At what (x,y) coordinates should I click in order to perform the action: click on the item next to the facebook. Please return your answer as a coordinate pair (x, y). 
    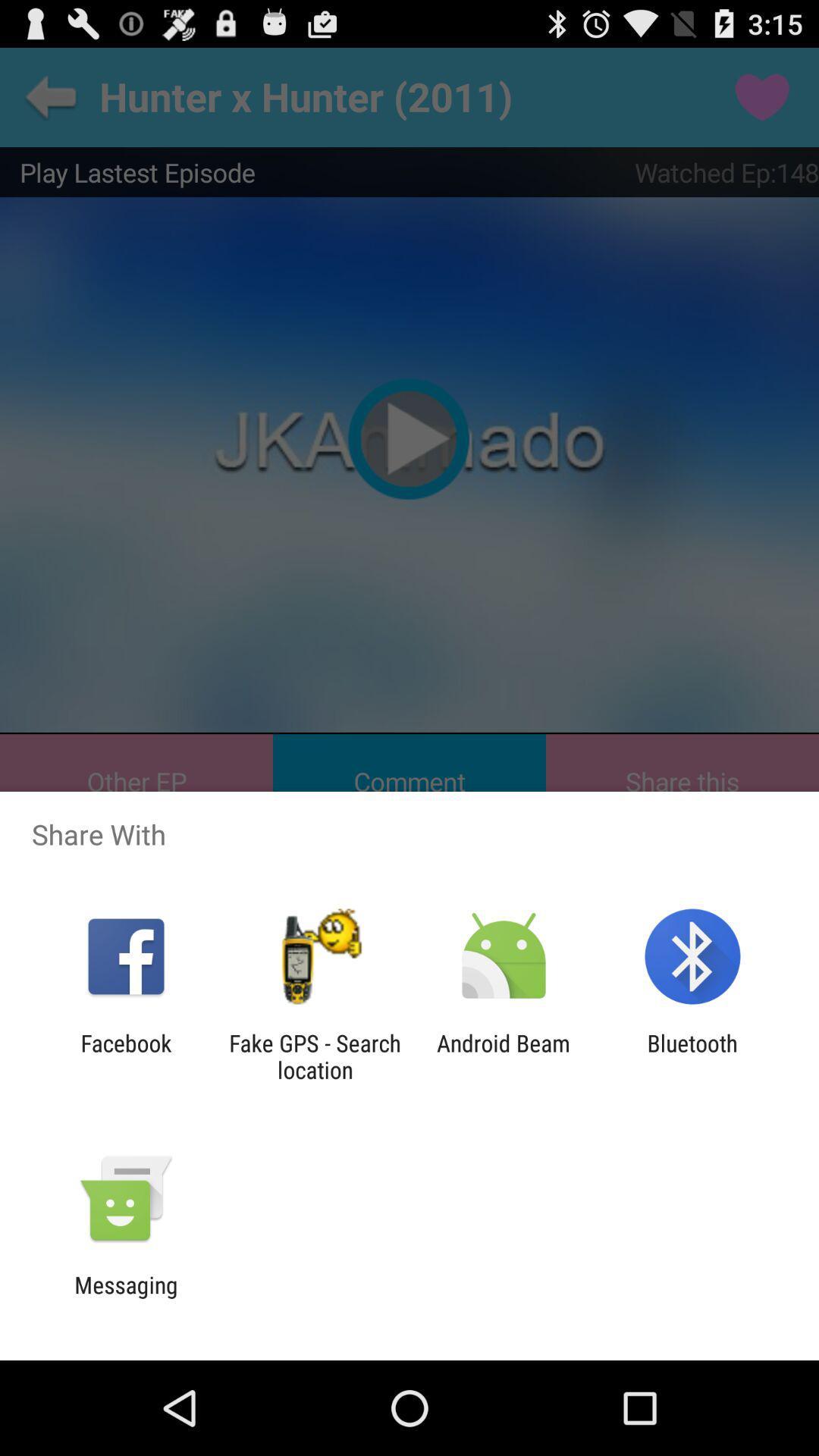
    Looking at the image, I should click on (314, 1056).